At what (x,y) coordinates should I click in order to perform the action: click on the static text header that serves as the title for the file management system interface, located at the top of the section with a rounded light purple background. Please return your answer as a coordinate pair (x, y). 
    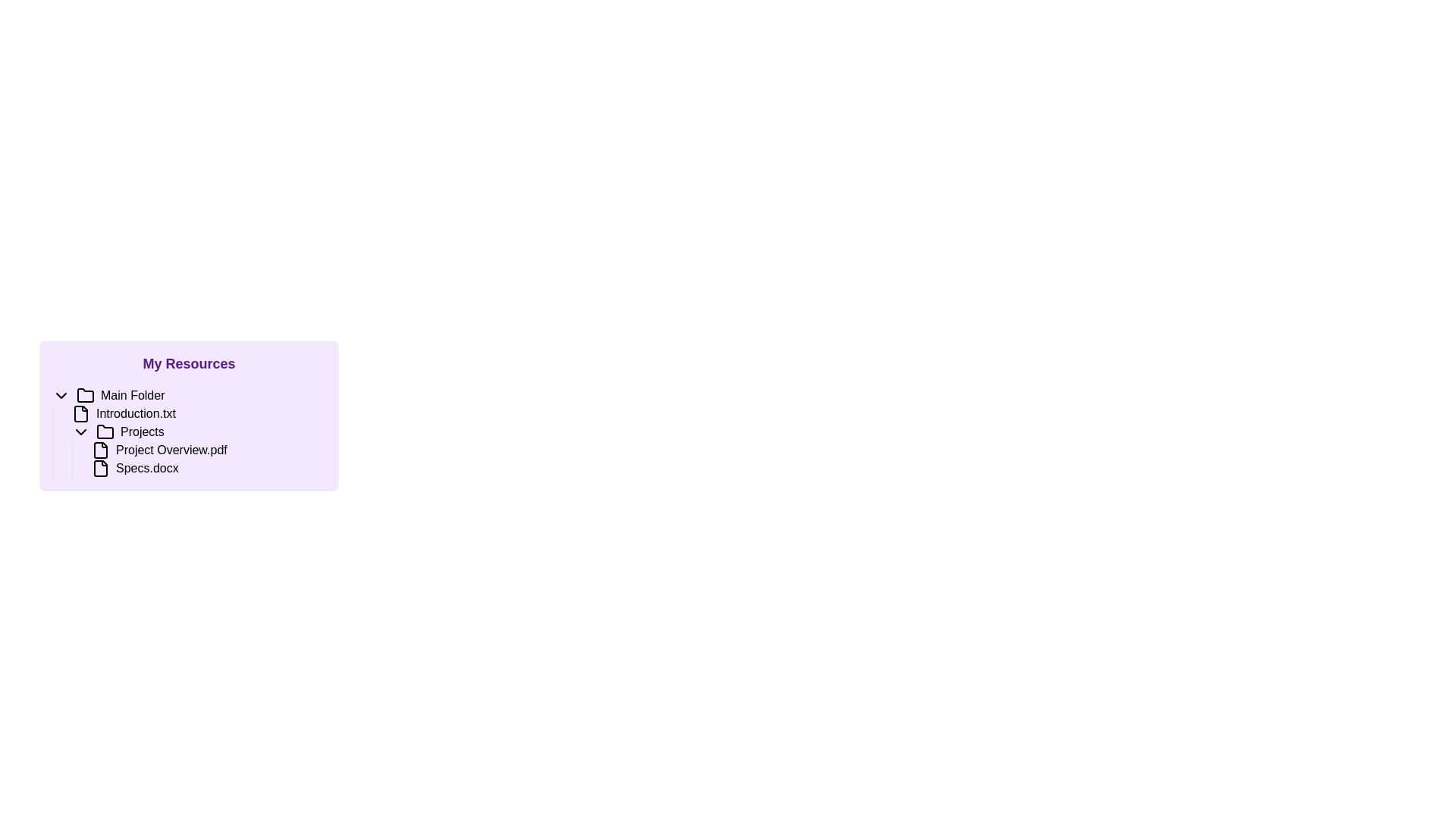
    Looking at the image, I should click on (188, 363).